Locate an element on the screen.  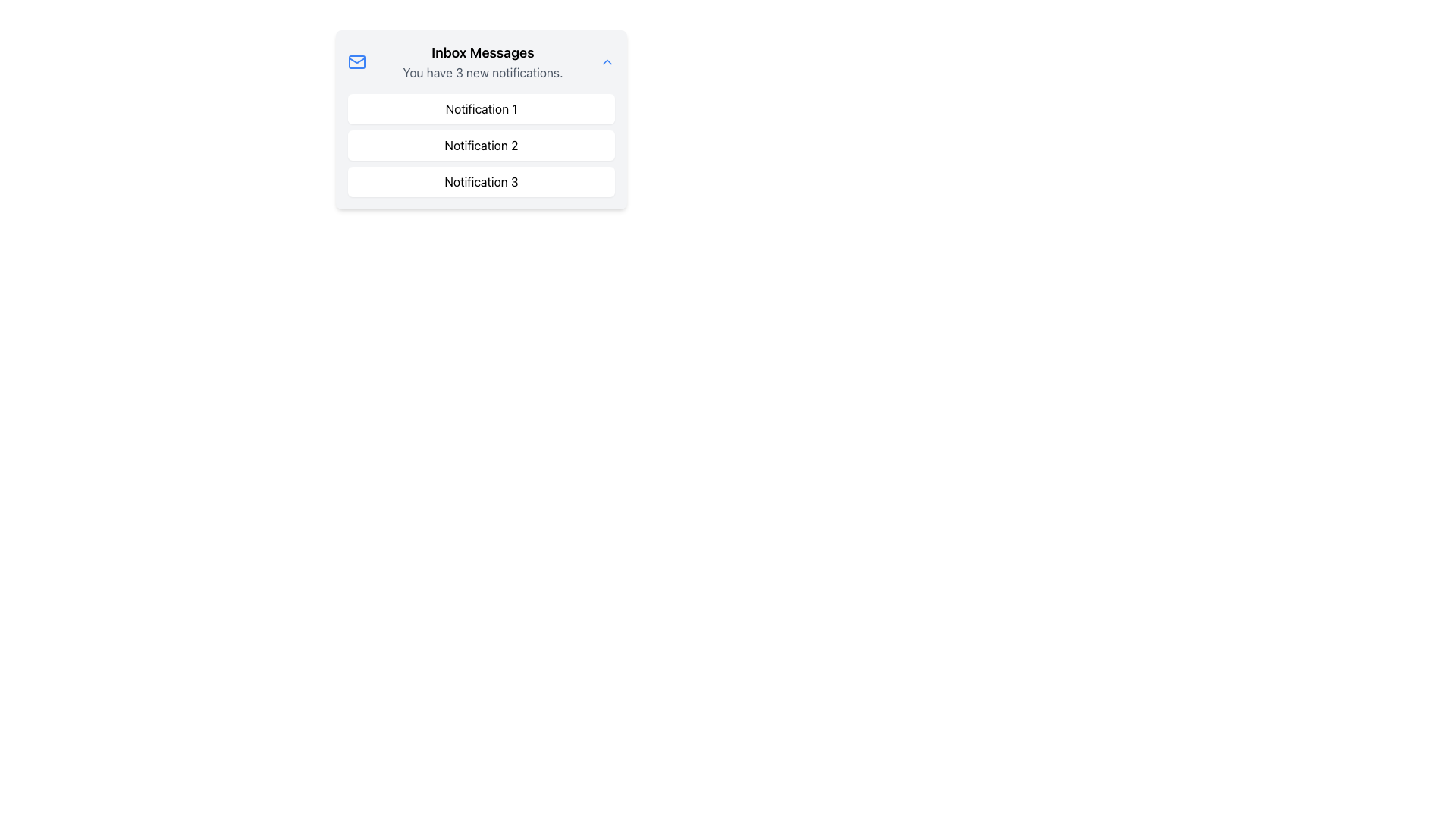
the text displayed on the notification entry within the 'Inbox Messages' list, which is the second item in the stack of notifications is located at coordinates (480, 146).